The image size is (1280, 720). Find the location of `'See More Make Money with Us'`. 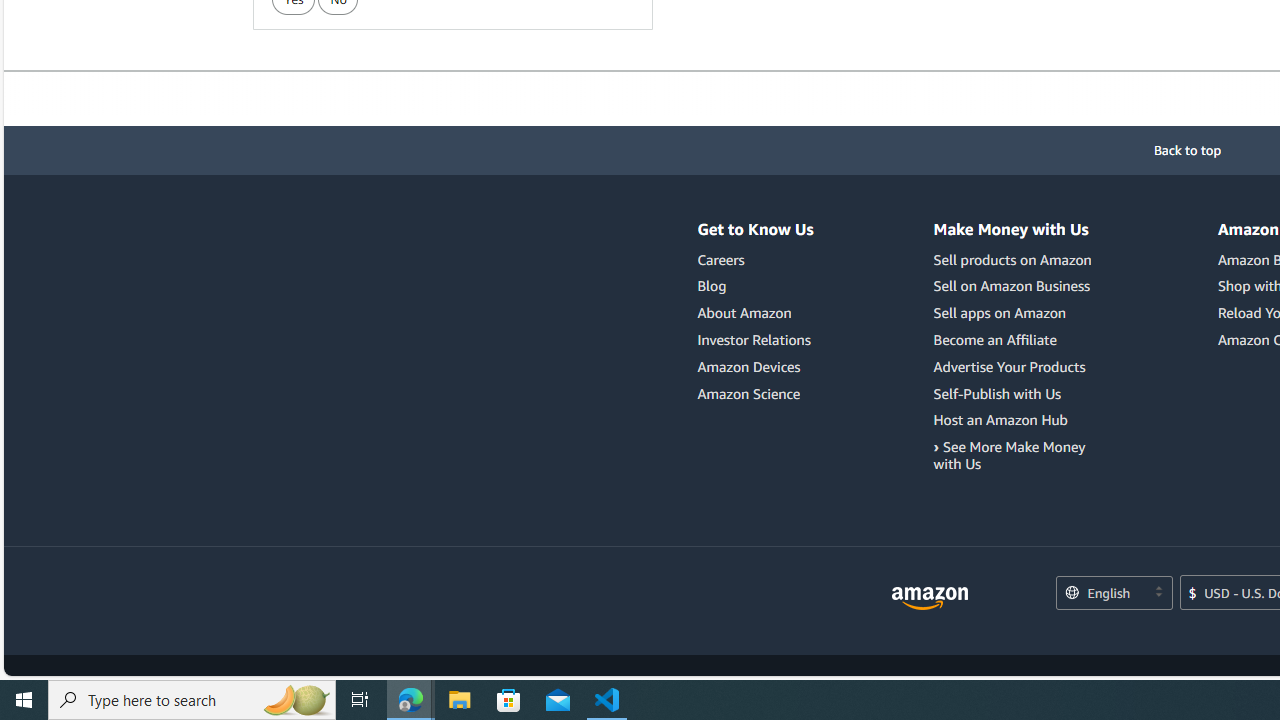

'See More Make Money with Us' is located at coordinates (1009, 455).